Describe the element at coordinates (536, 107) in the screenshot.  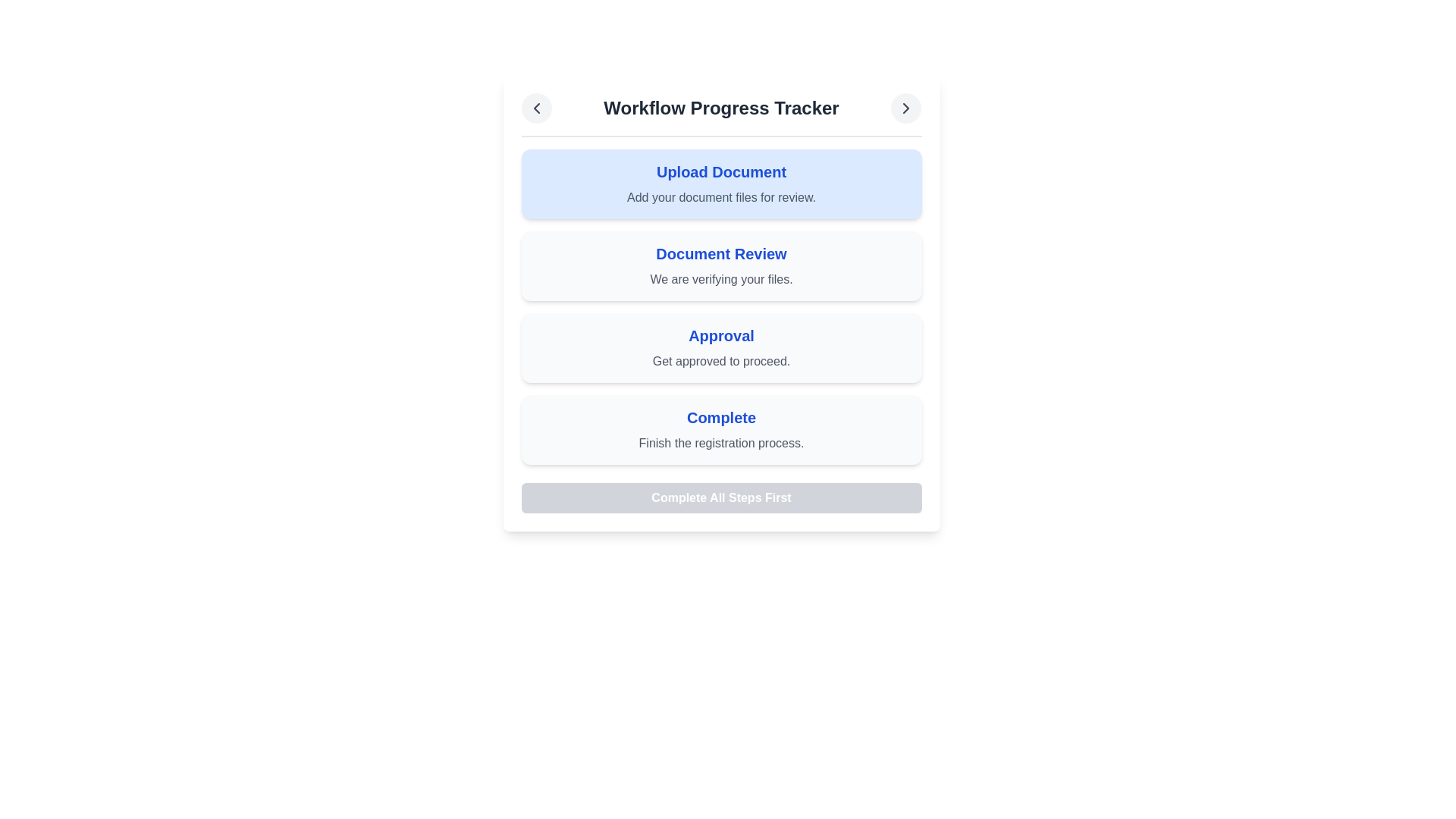
I see `the small circular button with a light gray background and a left-pointing chevron icon` at that location.